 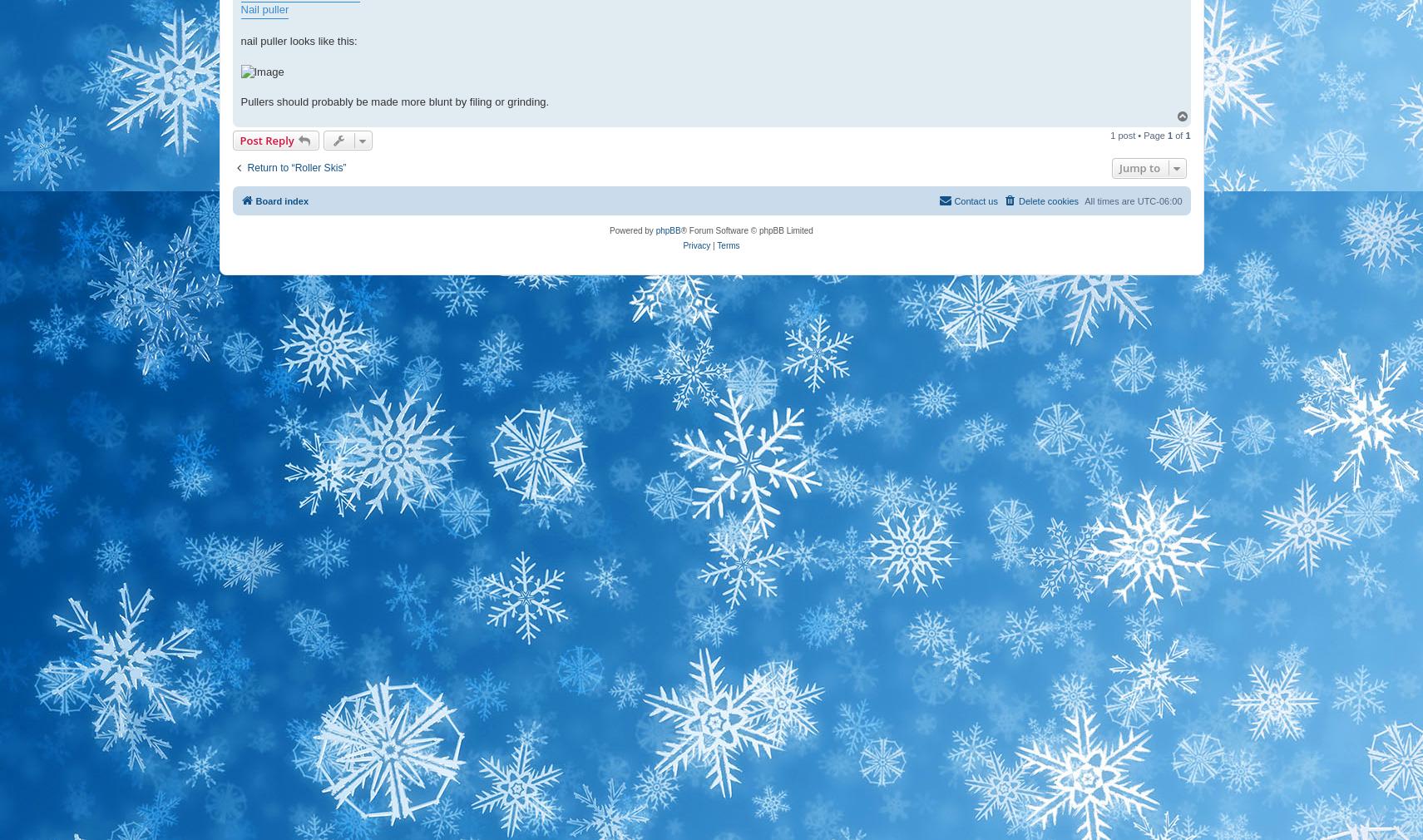 What do you see at coordinates (746, 230) in the screenshot?
I see `'® Forum Software © phpBB Limited'` at bounding box center [746, 230].